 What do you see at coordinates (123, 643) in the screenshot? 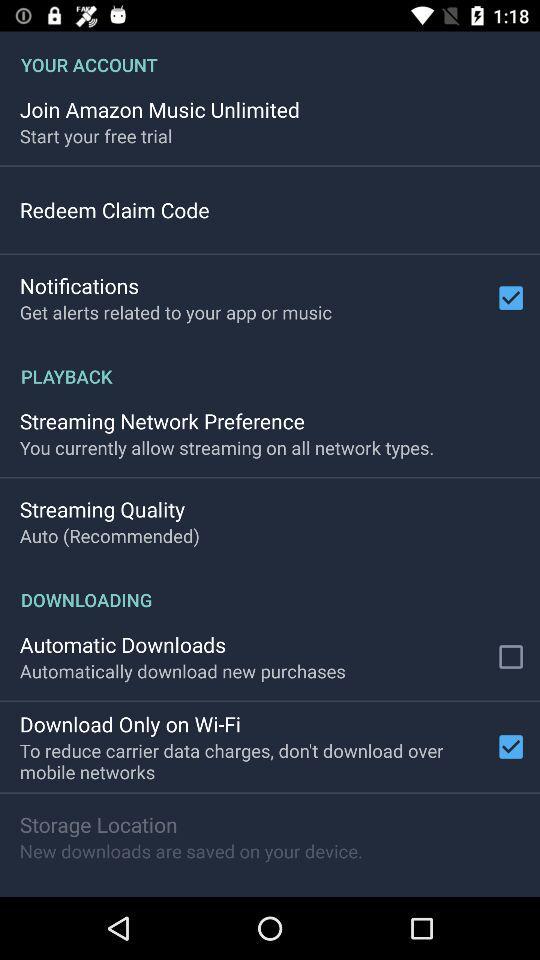
I see `the automatic downloads icon` at bounding box center [123, 643].